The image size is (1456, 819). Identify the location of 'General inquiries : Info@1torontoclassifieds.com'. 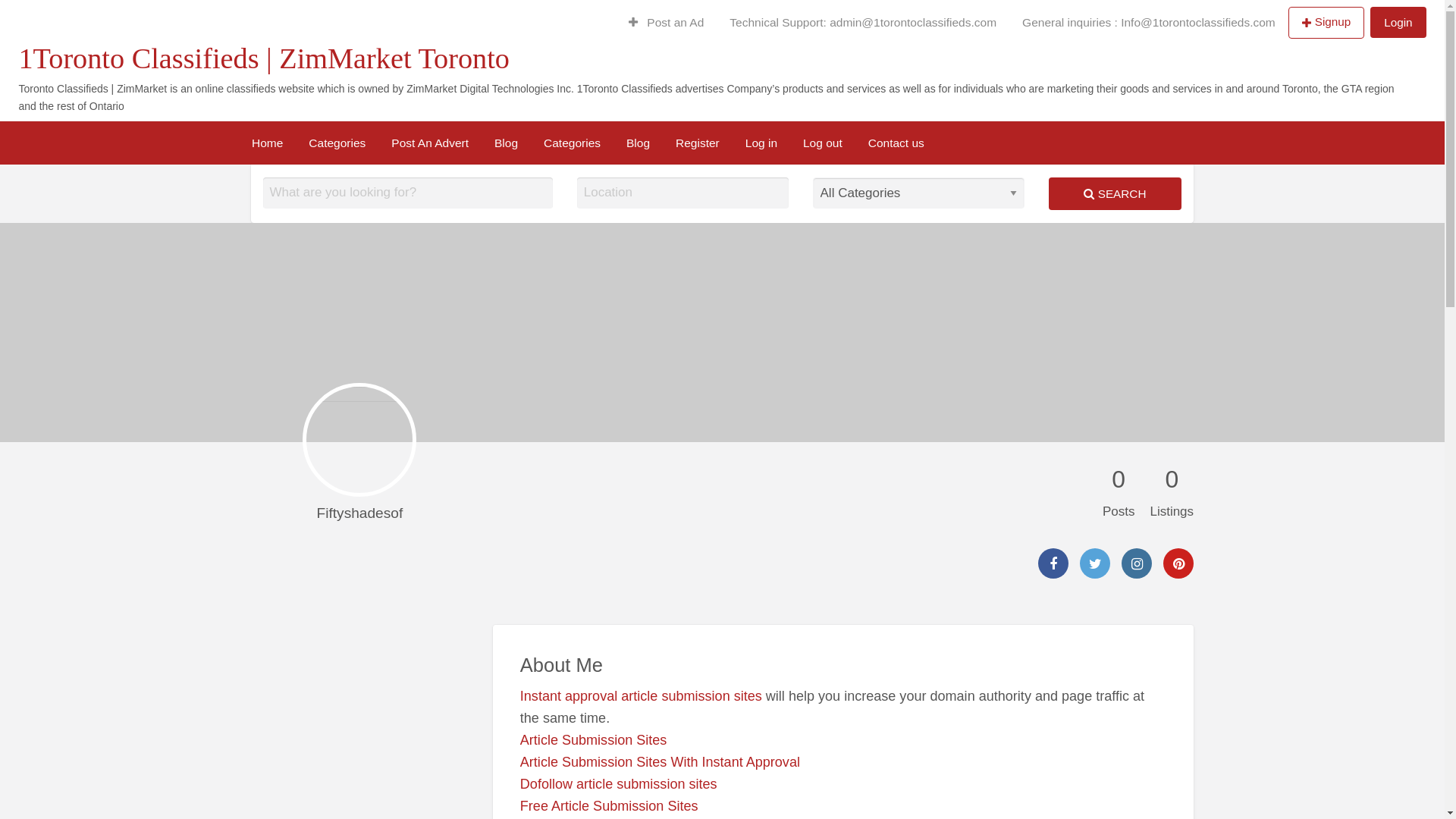
(1149, 22).